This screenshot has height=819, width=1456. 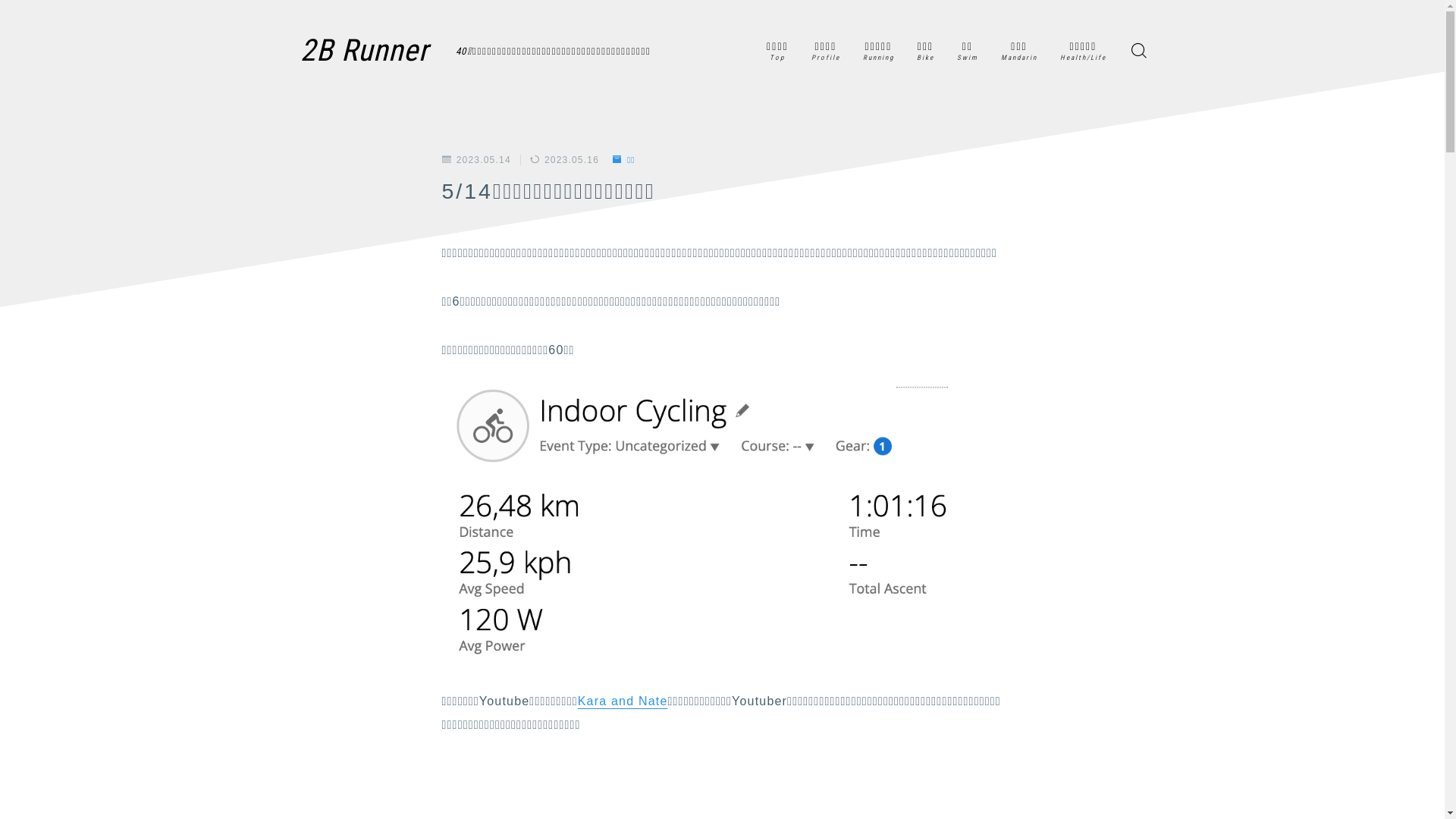 What do you see at coordinates (577, 701) in the screenshot?
I see `'Kara and Nate'` at bounding box center [577, 701].